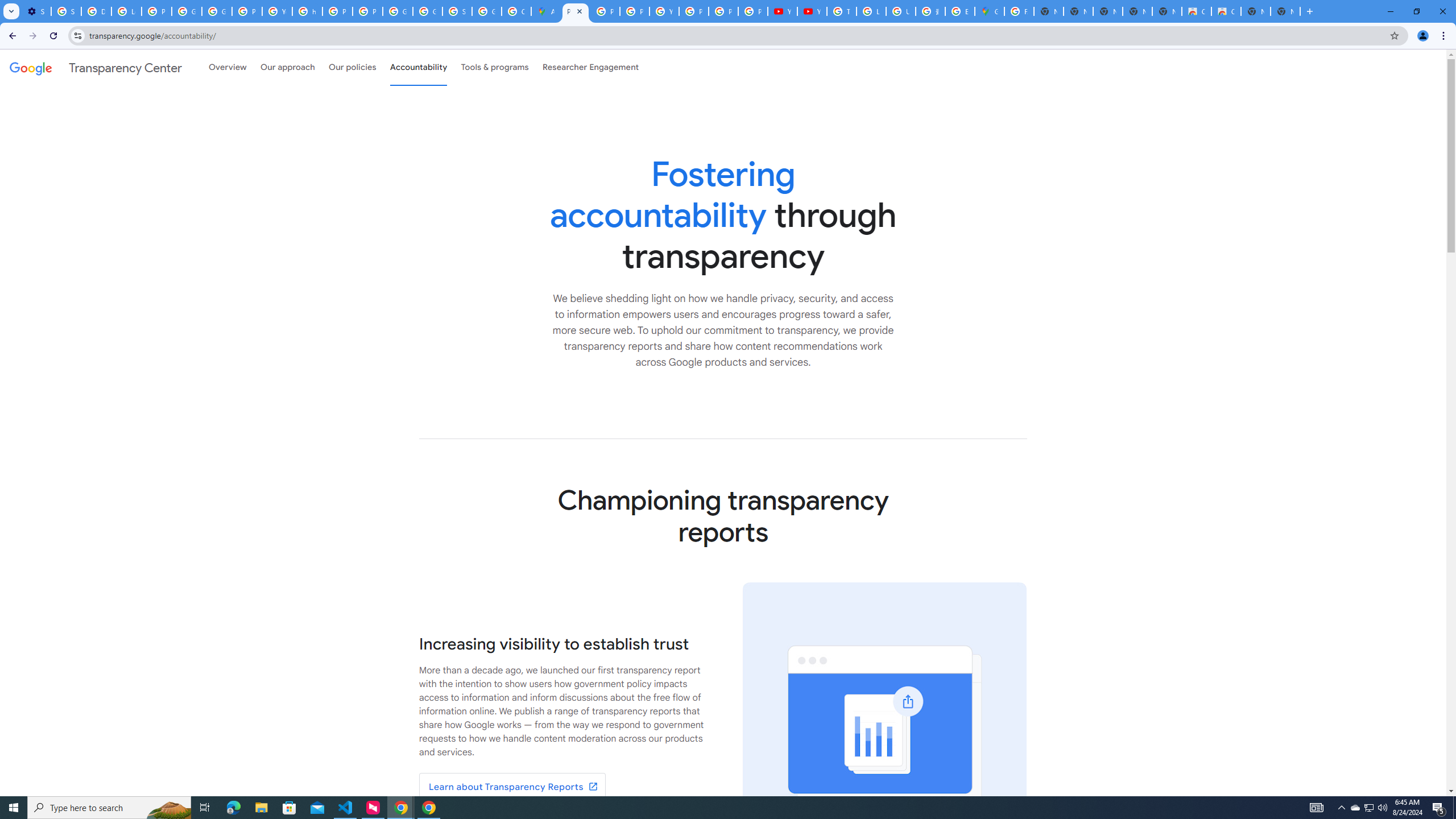 The image size is (1456, 819). I want to click on 'Google Maps', so click(988, 11).